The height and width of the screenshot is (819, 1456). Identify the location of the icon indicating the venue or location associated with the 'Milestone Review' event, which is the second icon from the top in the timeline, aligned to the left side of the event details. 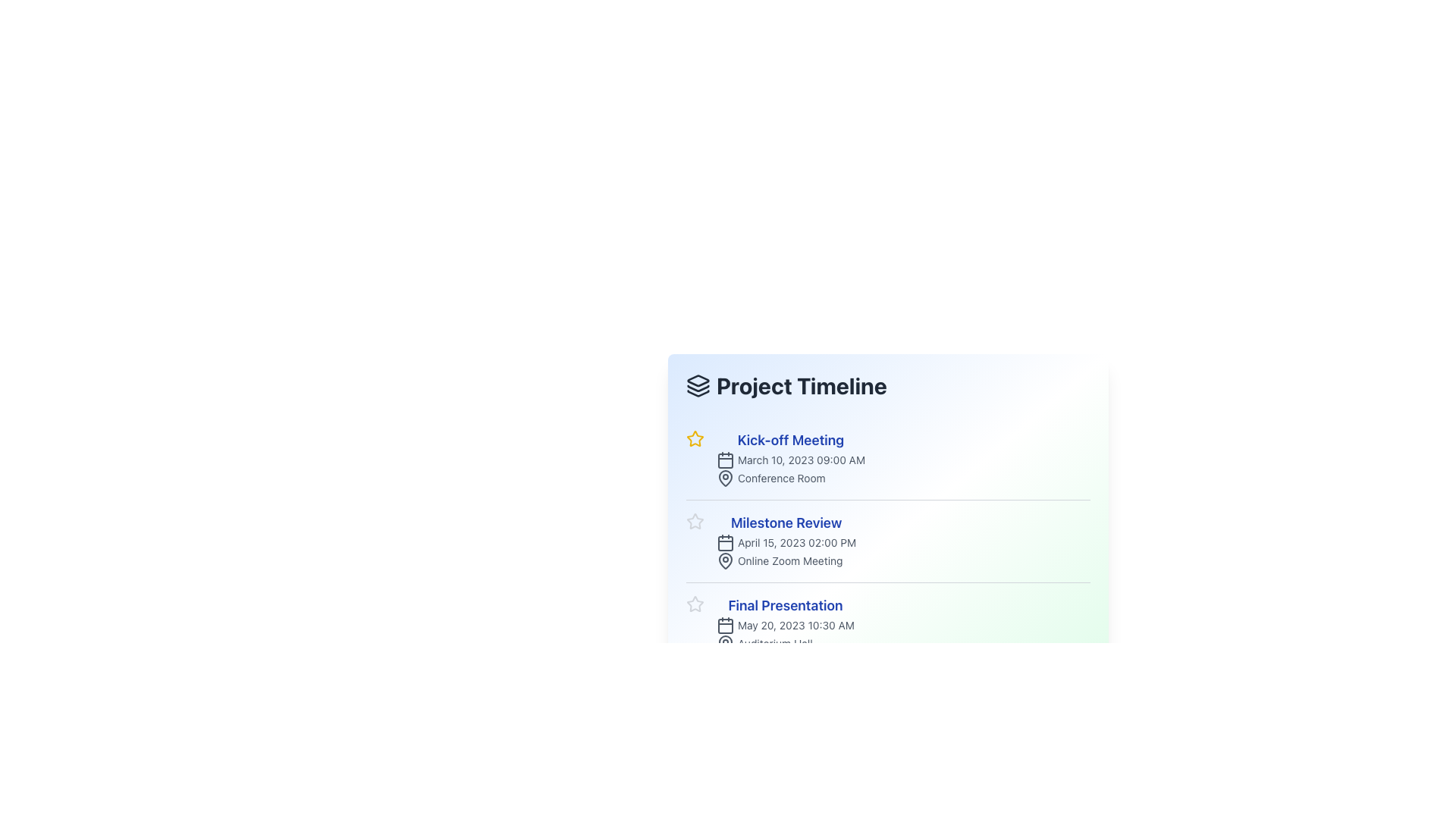
(724, 560).